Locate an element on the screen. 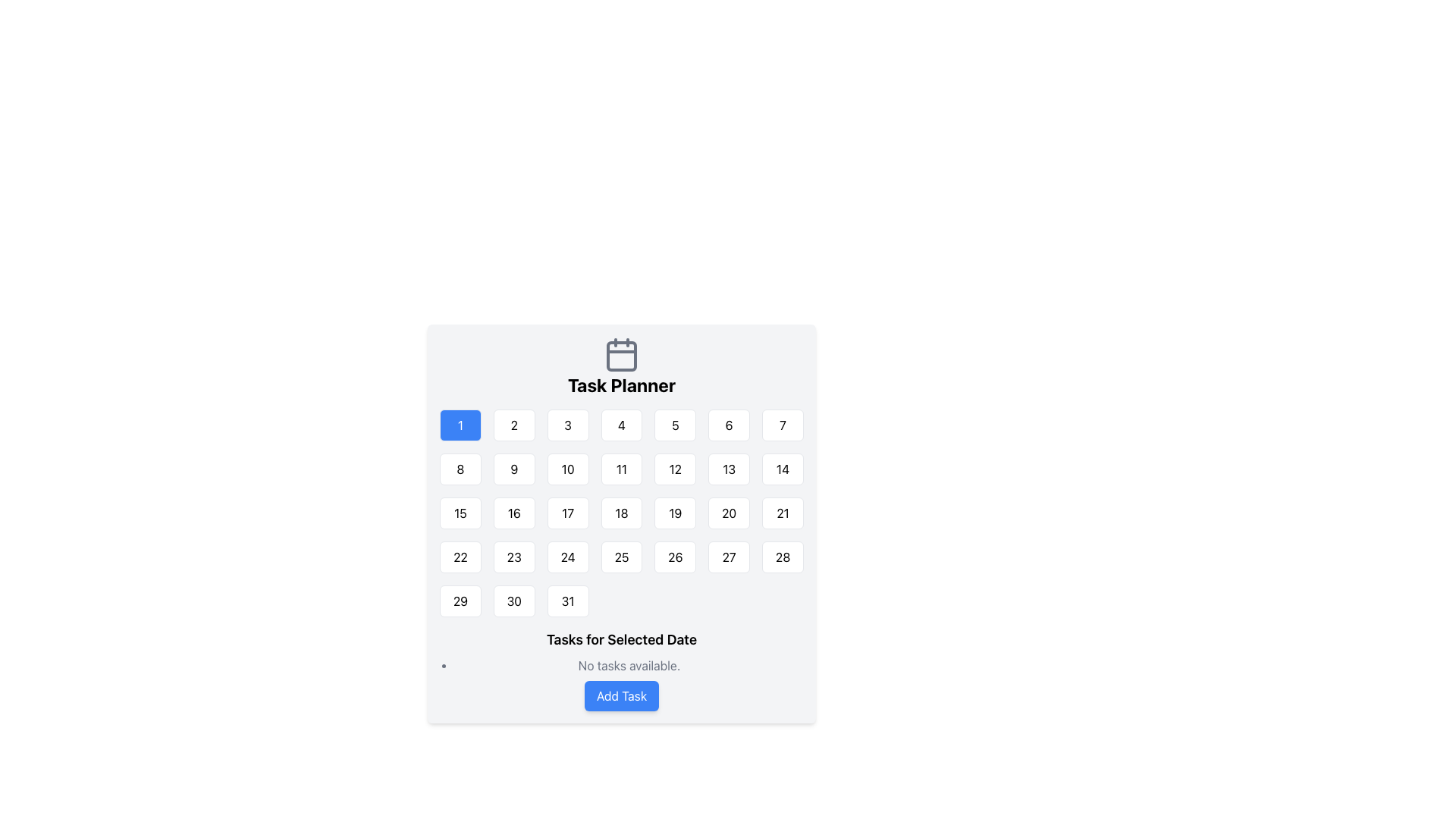 This screenshot has height=819, width=1456. the ninth selectable button in the interactive calendar interface is located at coordinates (514, 468).